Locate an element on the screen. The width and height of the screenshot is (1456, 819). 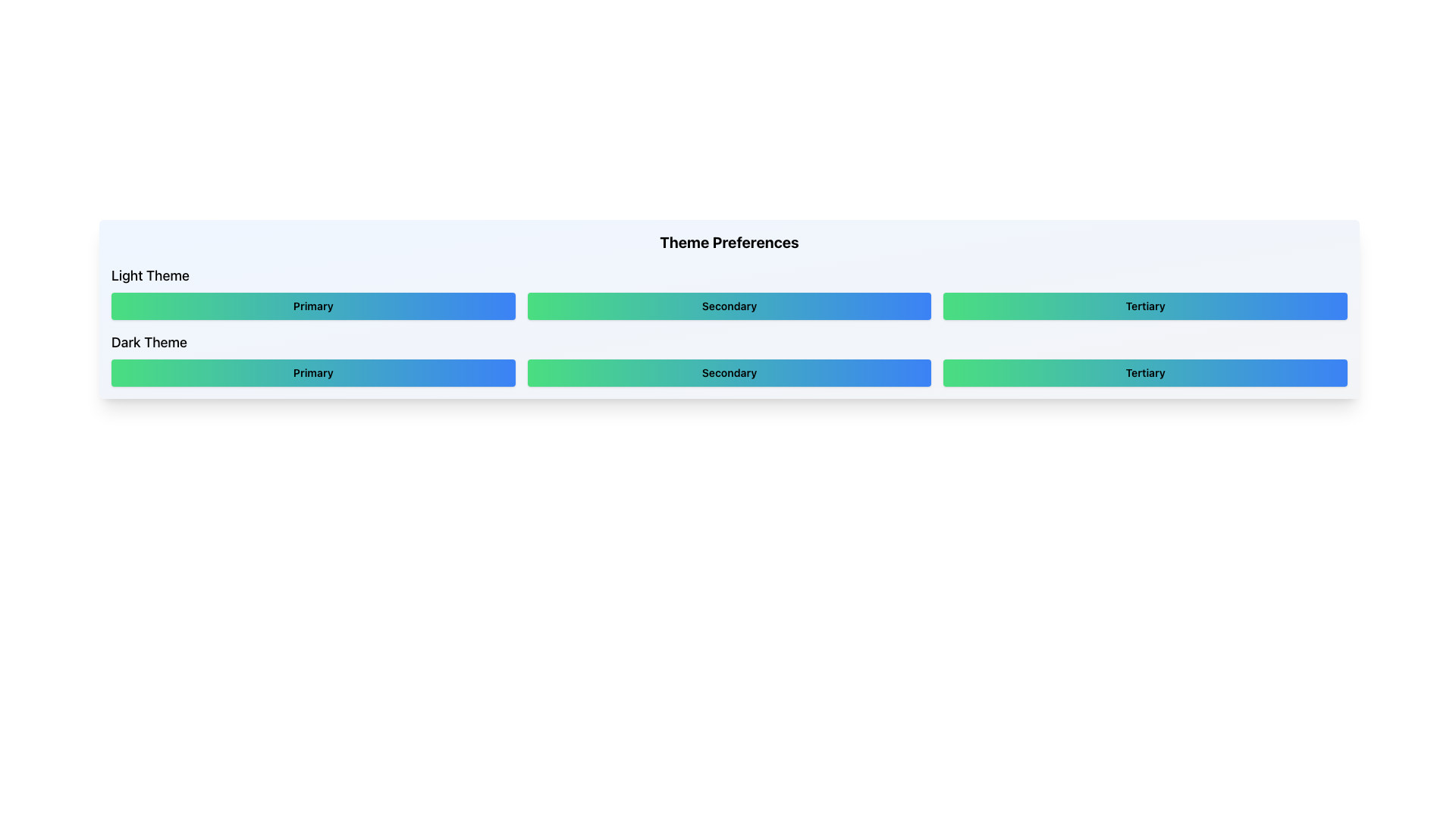
the first button under the 'Light Theme' header is located at coordinates (312, 306).